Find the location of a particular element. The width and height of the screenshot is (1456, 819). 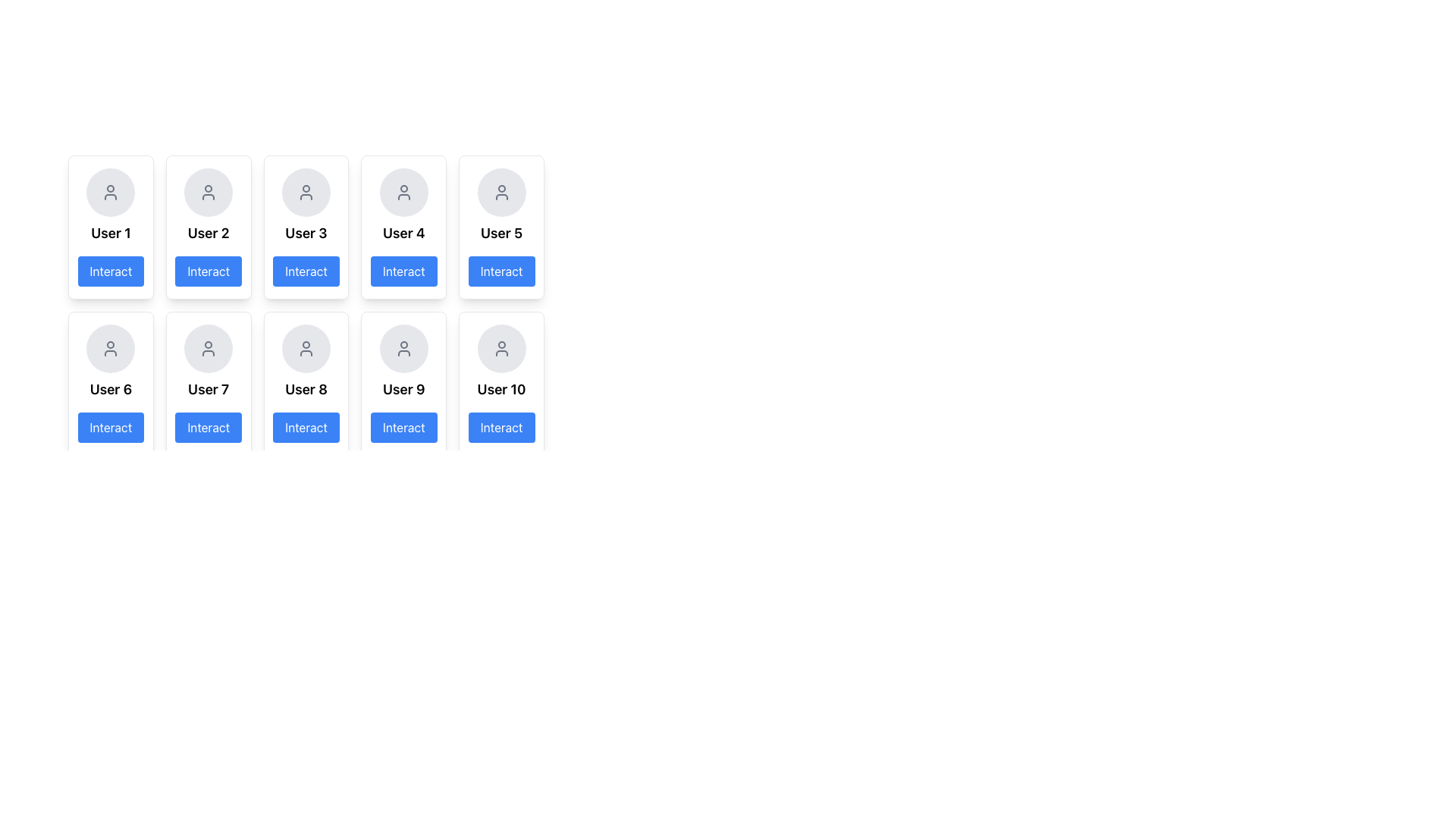

the profile icon representing 'User 8', located in the second row and third column of the user cards grid is located at coordinates (305, 348).